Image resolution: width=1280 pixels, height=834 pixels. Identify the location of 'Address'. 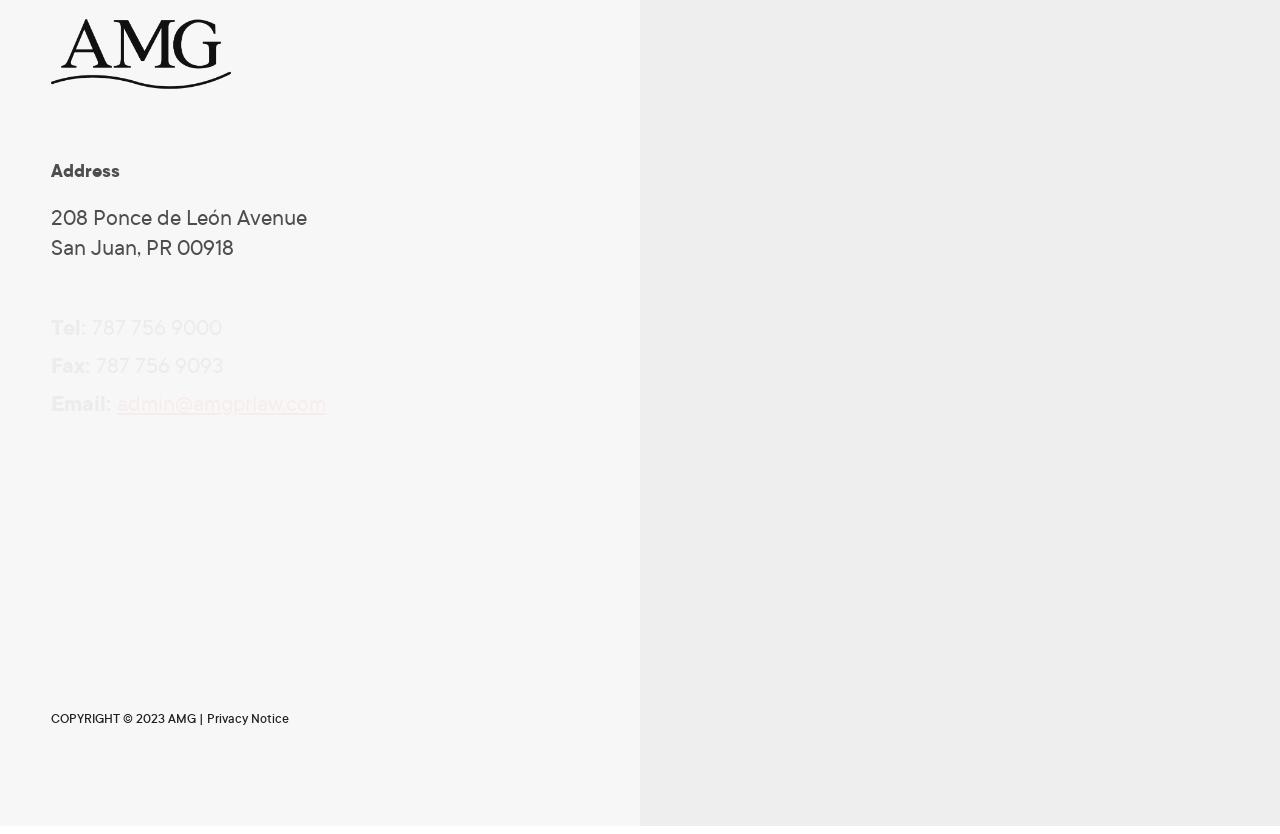
(84, 172).